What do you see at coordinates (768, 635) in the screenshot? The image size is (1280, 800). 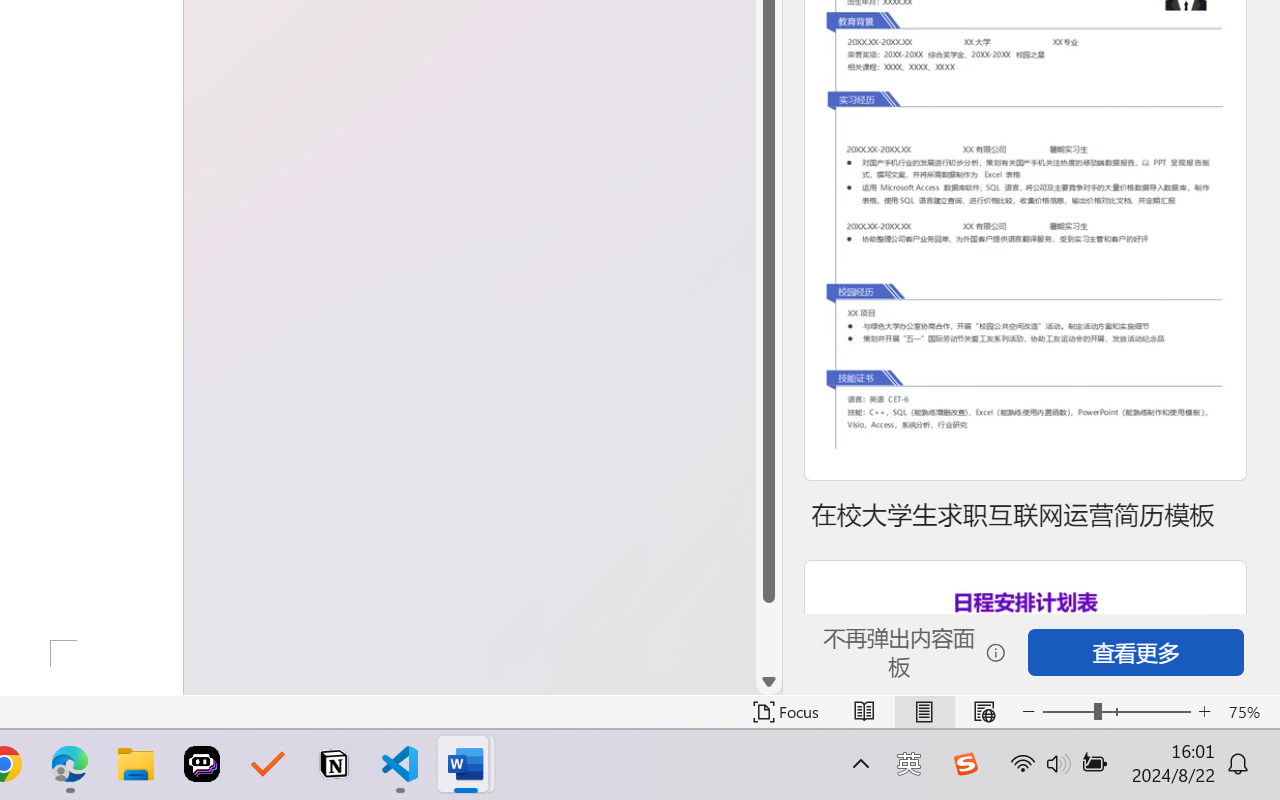 I see `'Page down'` at bounding box center [768, 635].